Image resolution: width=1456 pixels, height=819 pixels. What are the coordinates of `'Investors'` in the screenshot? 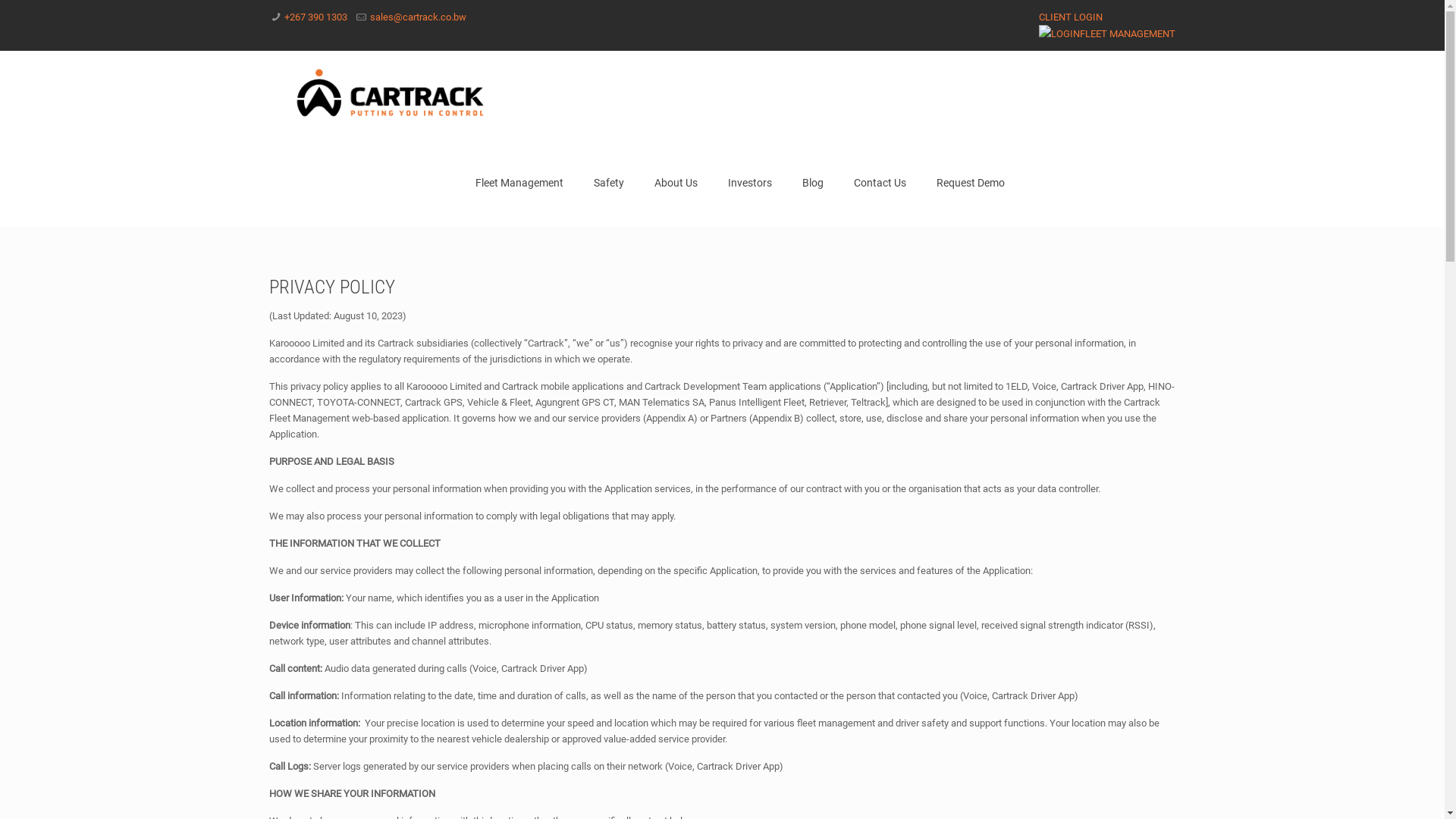 It's located at (749, 181).